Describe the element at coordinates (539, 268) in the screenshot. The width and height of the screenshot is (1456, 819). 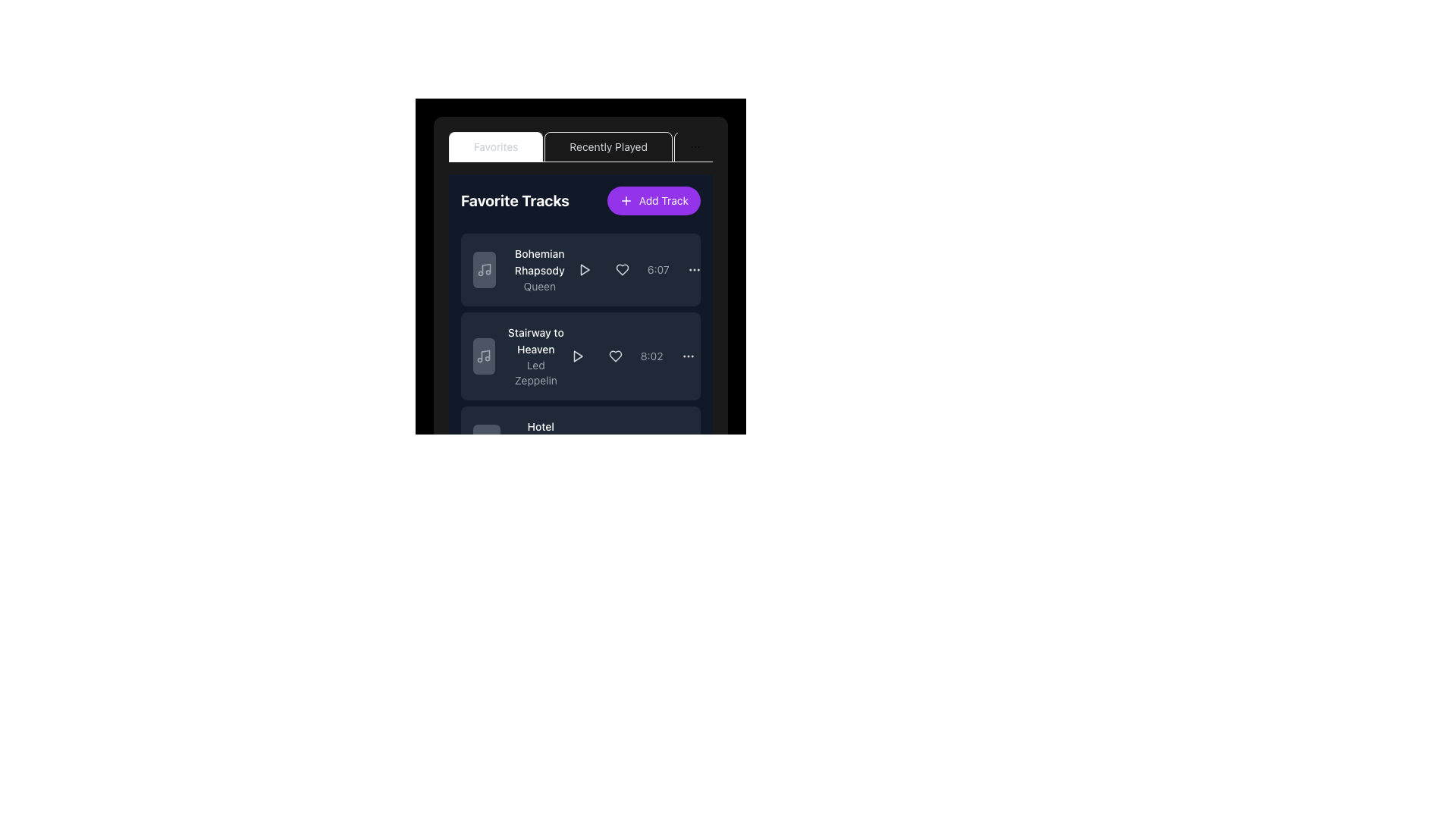
I see `label displaying the title 'Bohemian Rhapsody' and the artist 'Queen' in a vertically aligned list of music tracks` at that location.